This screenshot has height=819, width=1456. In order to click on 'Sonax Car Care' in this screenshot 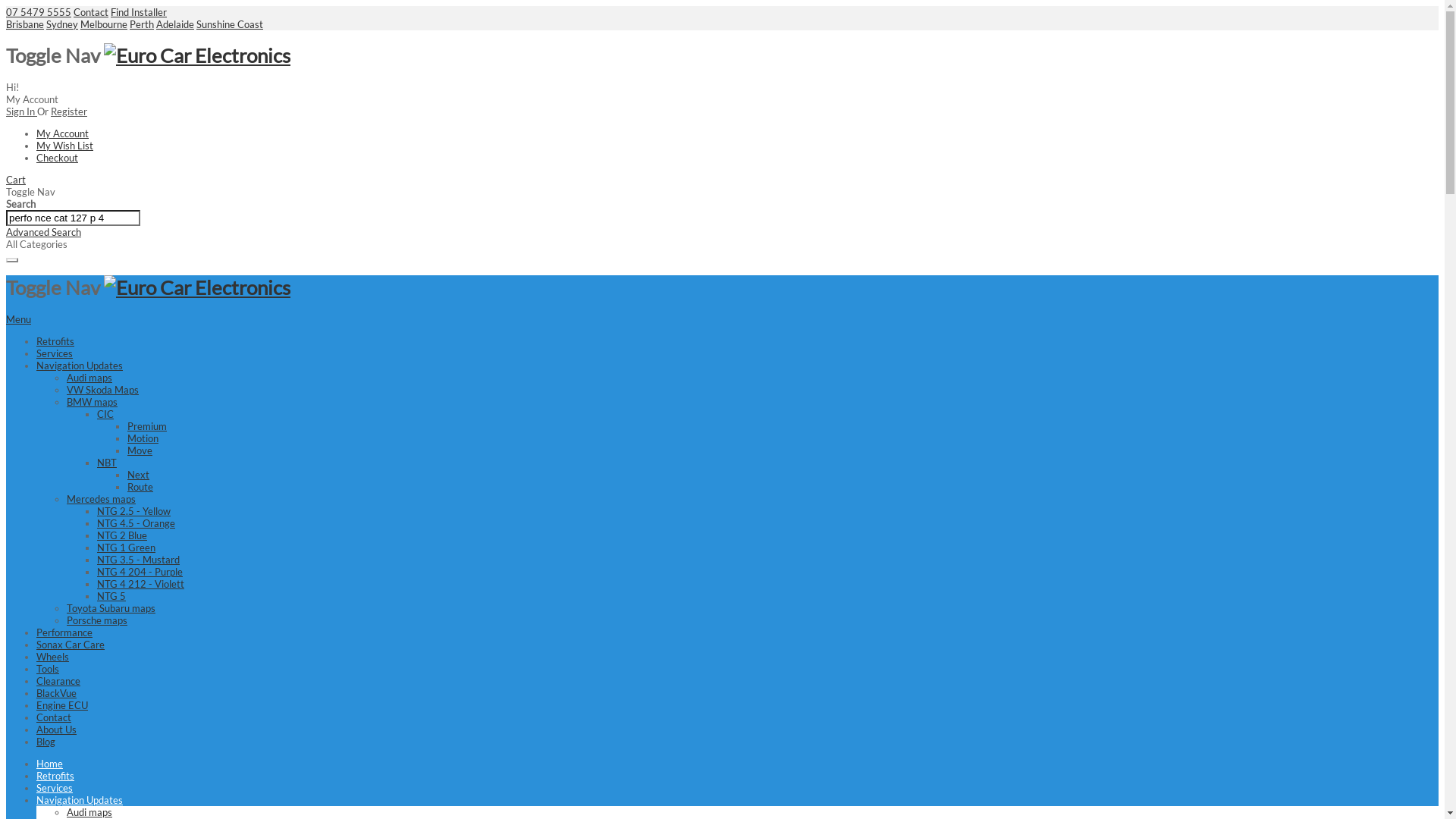, I will do `click(69, 644)`.